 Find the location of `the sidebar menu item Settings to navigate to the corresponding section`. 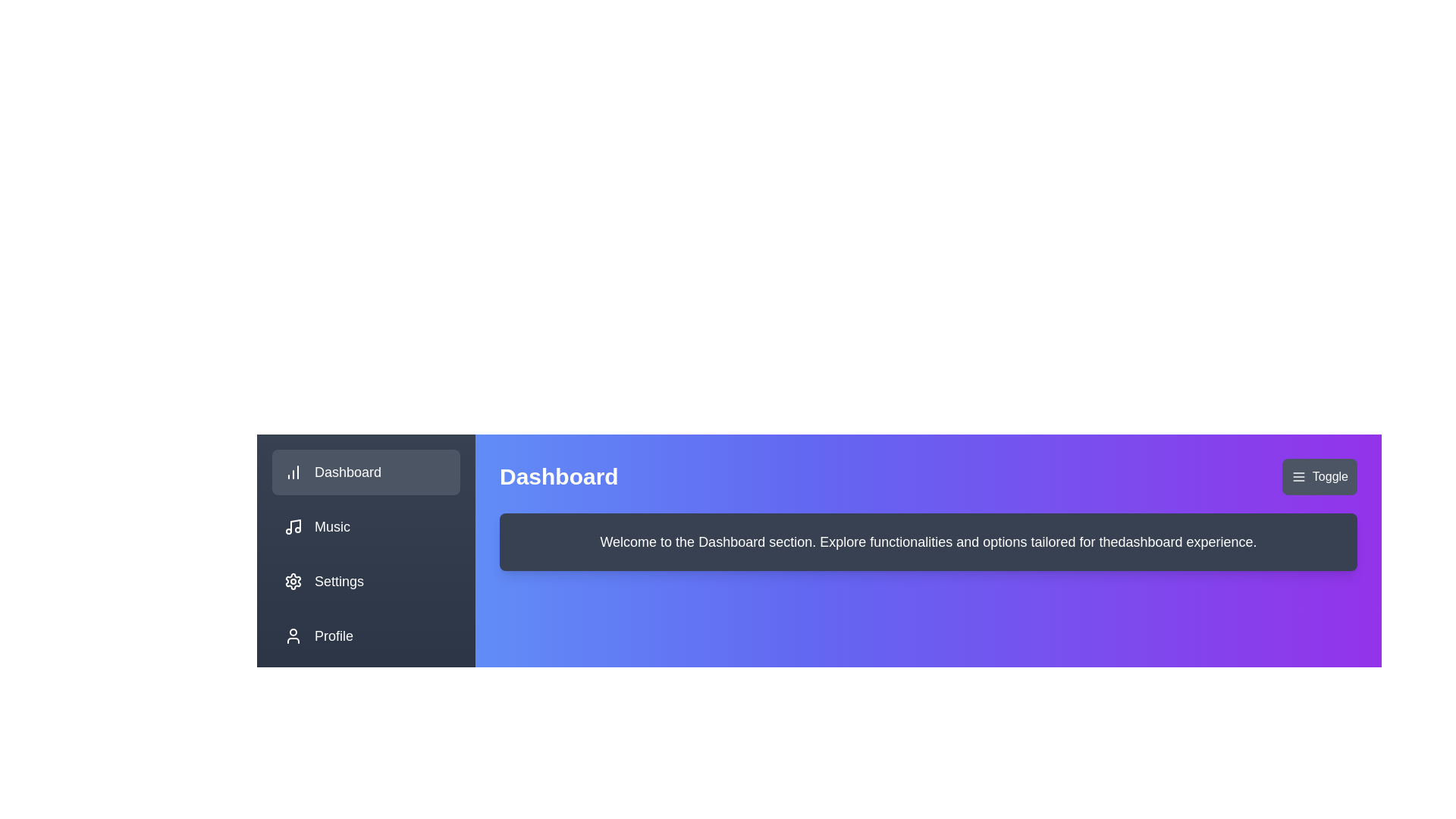

the sidebar menu item Settings to navigate to the corresponding section is located at coordinates (366, 581).